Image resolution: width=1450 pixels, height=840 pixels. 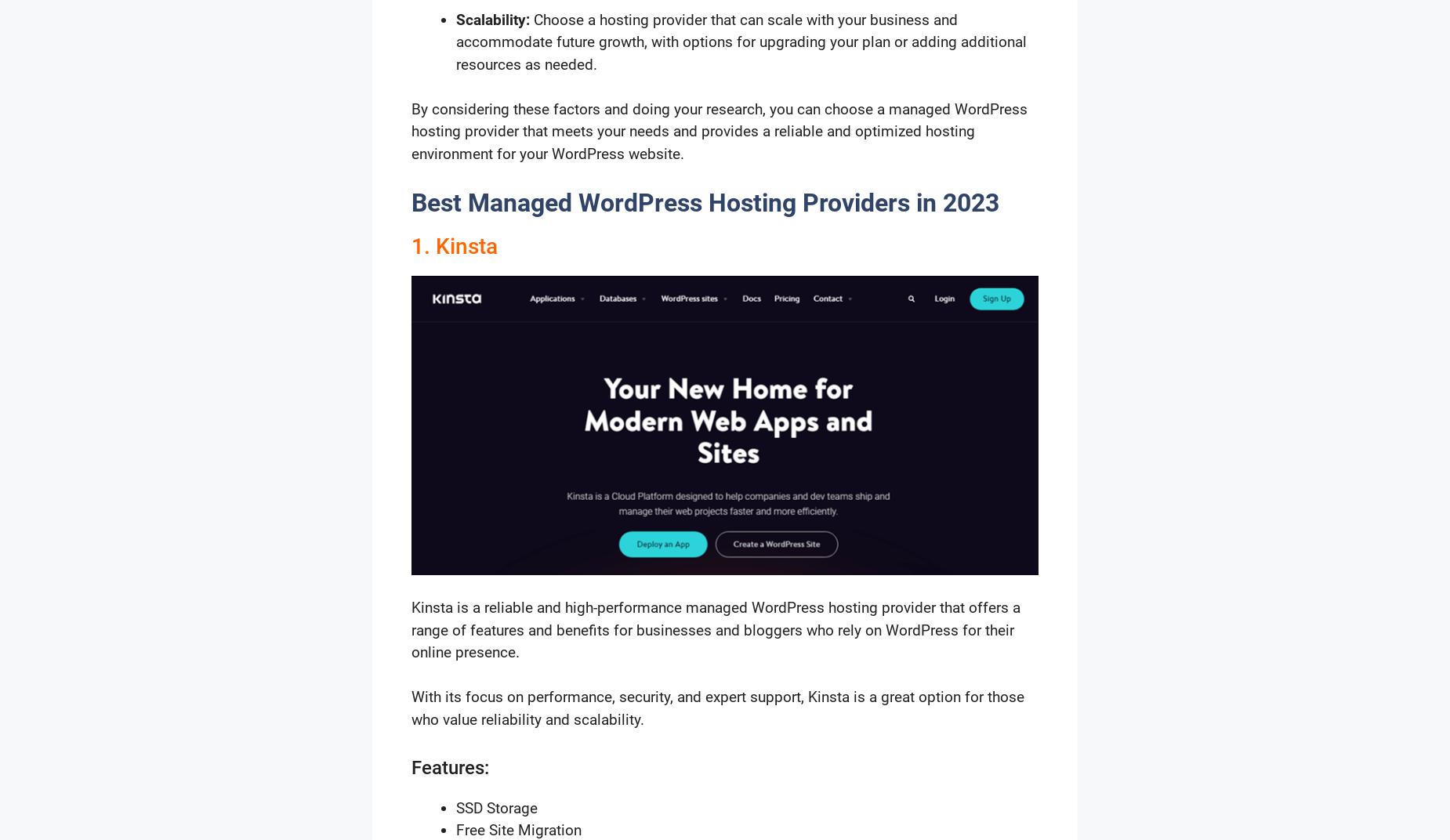 I want to click on 'Choose a hosting provider that can scale with your business and accommodate future growth, with options for upgrading your plan or adding additional resources as needed.', so click(x=741, y=40).